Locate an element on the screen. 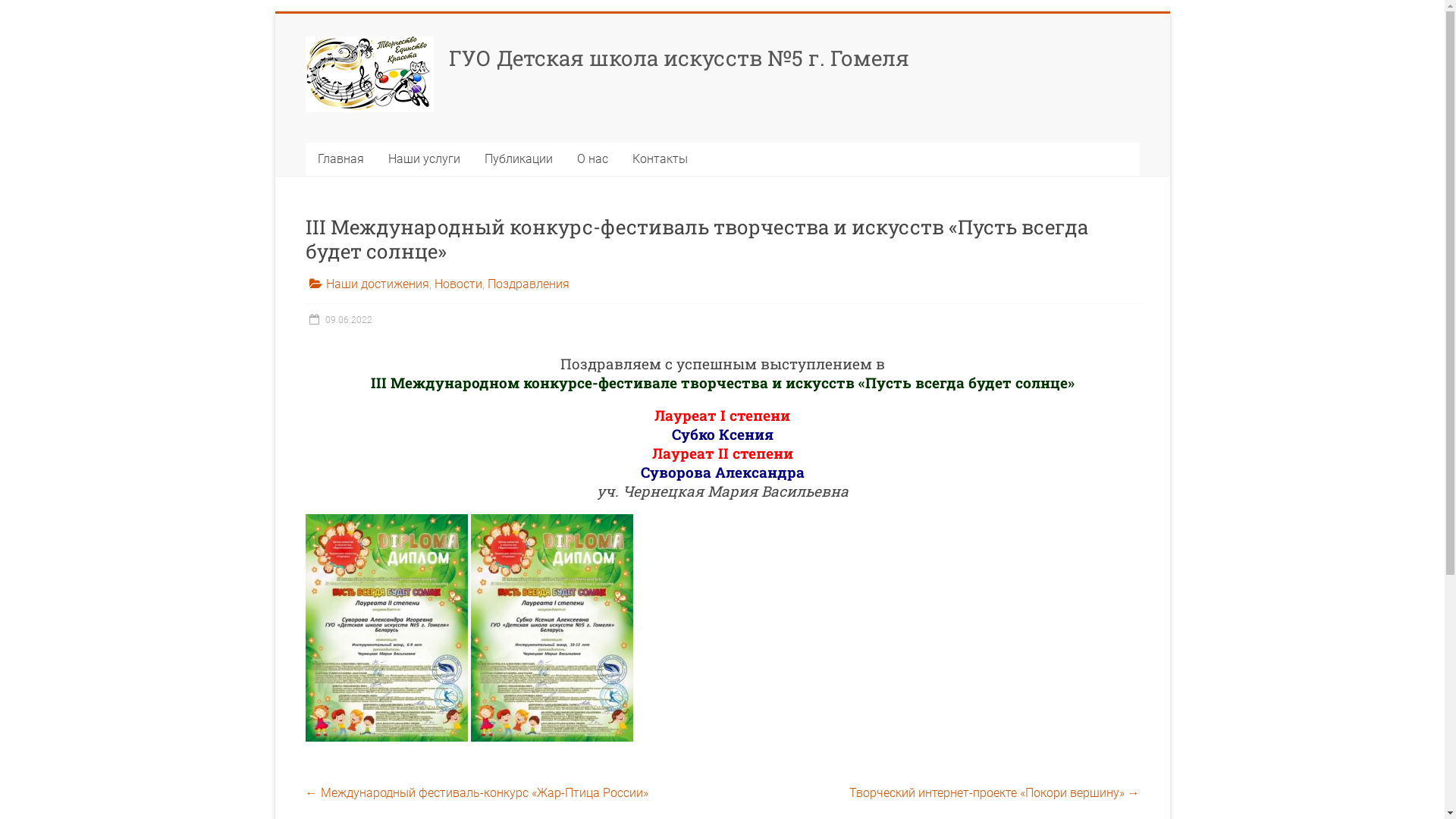  '09.06.2022' is located at coordinates (337, 318).